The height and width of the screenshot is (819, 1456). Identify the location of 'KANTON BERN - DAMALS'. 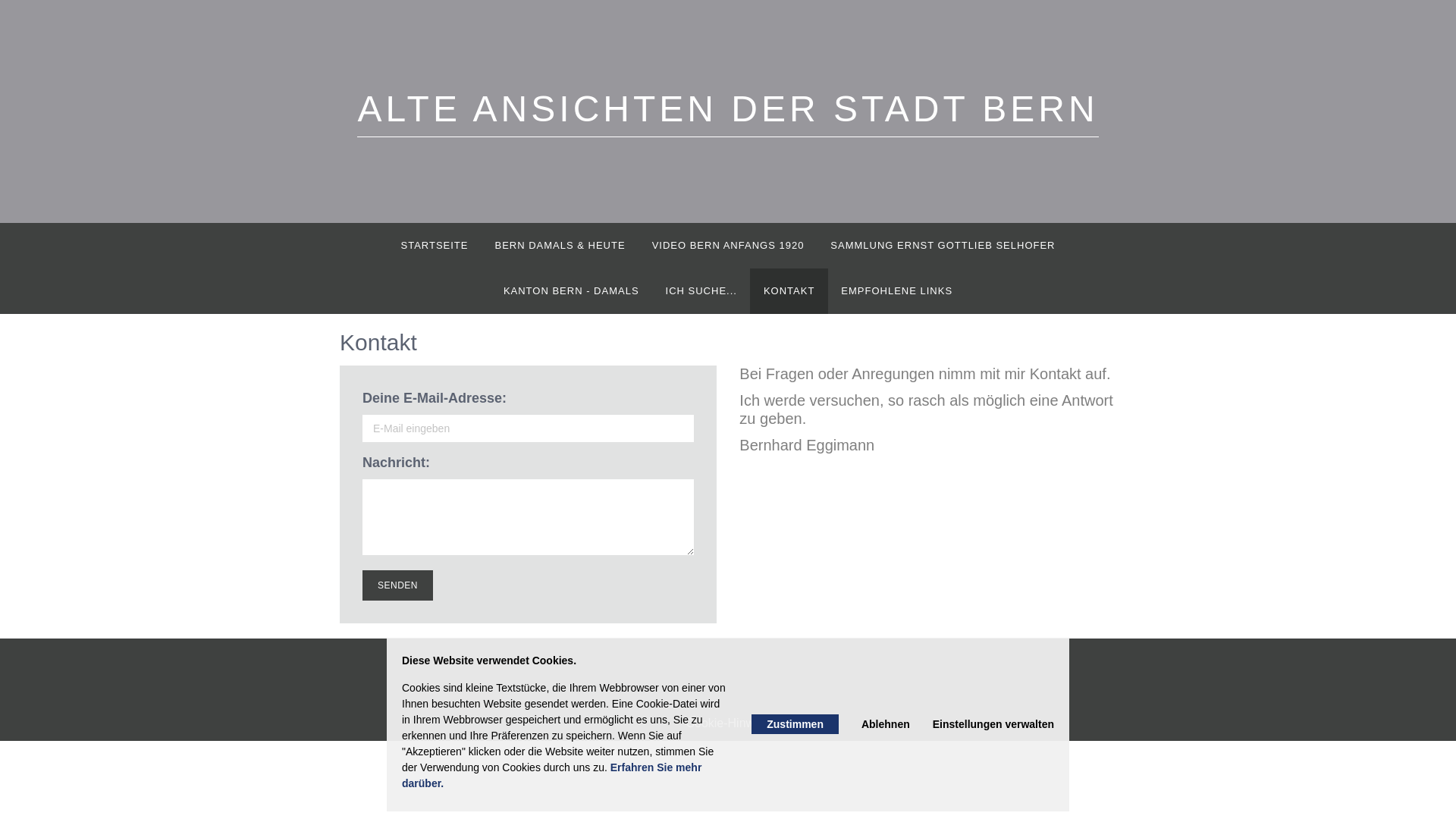
(570, 291).